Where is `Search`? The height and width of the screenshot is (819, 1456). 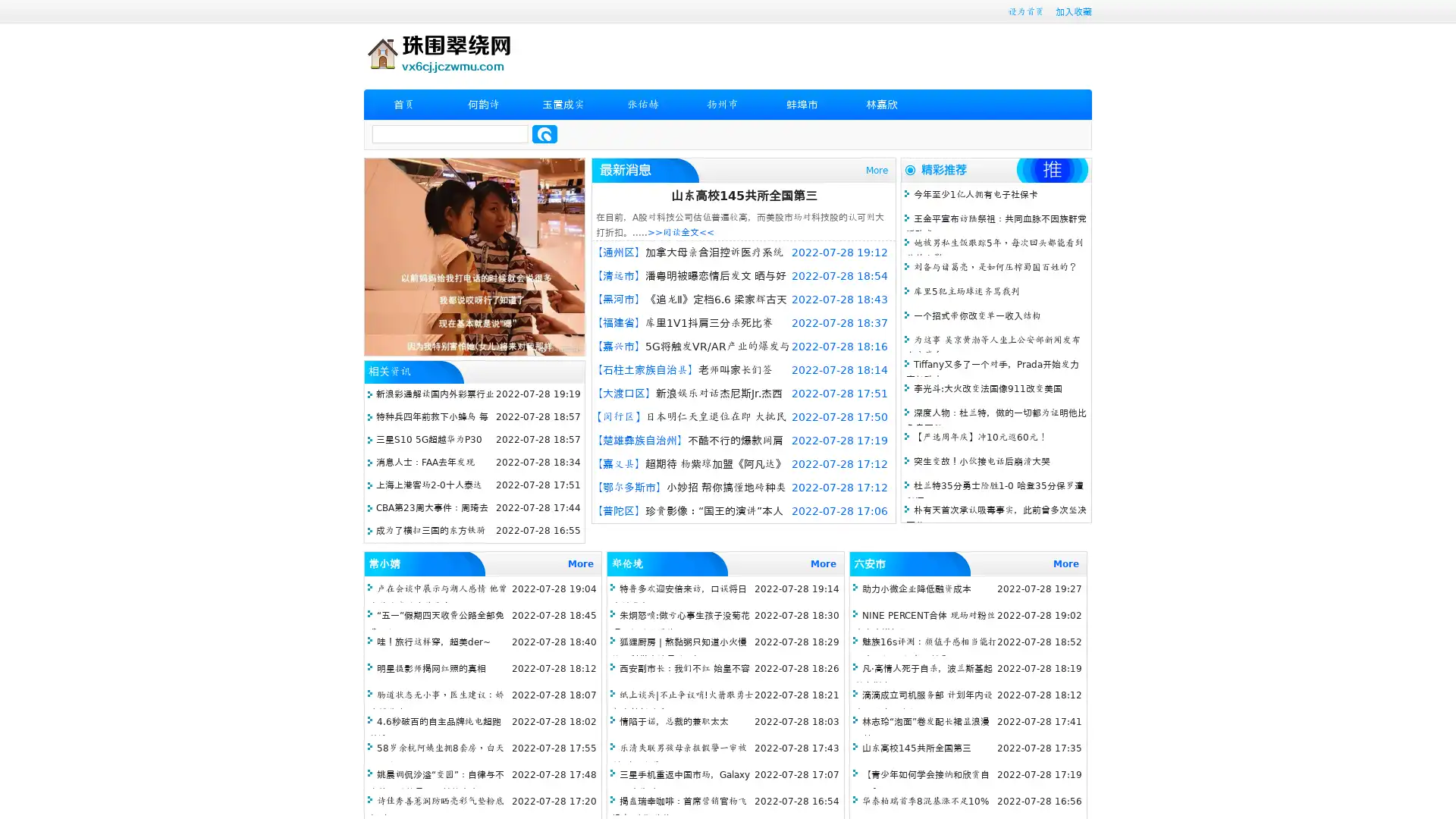 Search is located at coordinates (544, 133).